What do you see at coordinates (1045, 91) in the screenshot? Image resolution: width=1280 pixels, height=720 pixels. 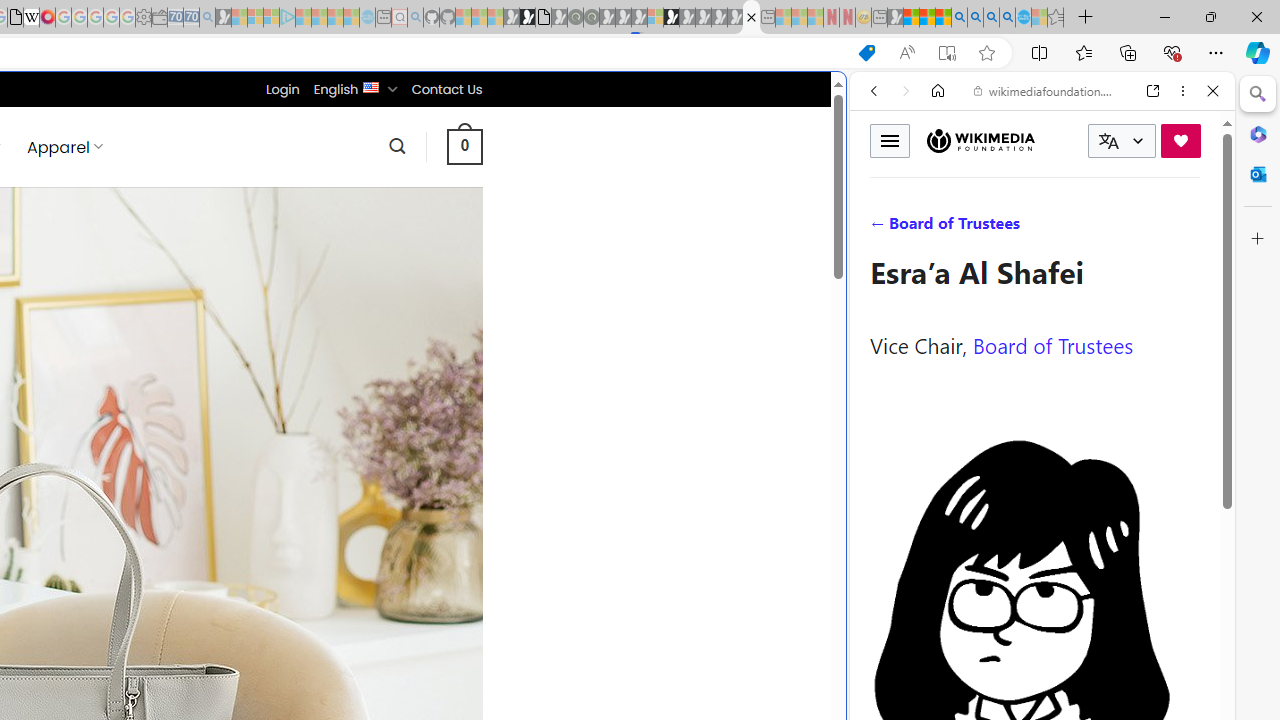 I see `'wikimediafoundation.org'` at bounding box center [1045, 91].